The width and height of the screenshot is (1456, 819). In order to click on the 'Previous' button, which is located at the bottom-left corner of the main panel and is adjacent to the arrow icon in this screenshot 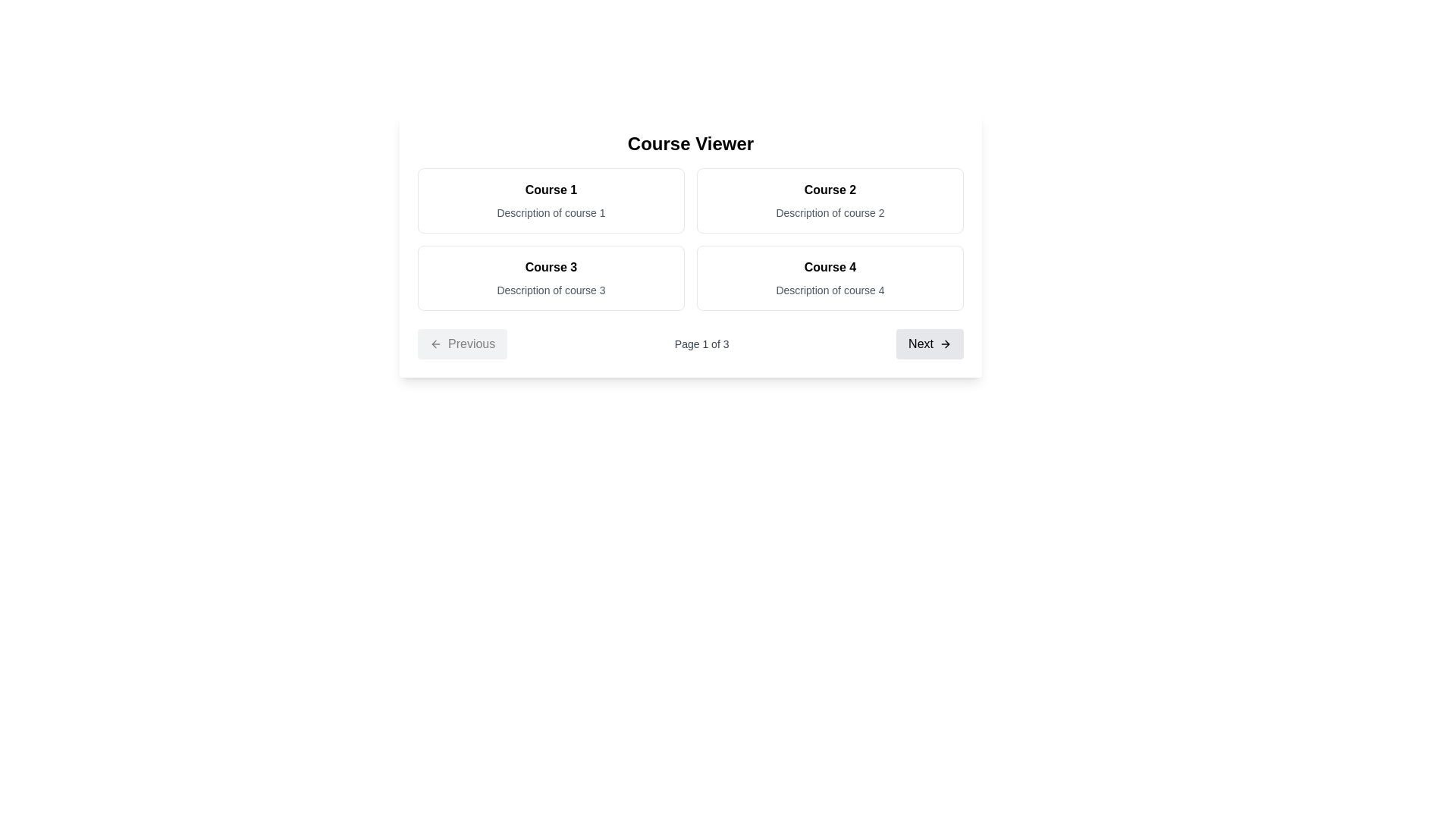, I will do `click(435, 344)`.